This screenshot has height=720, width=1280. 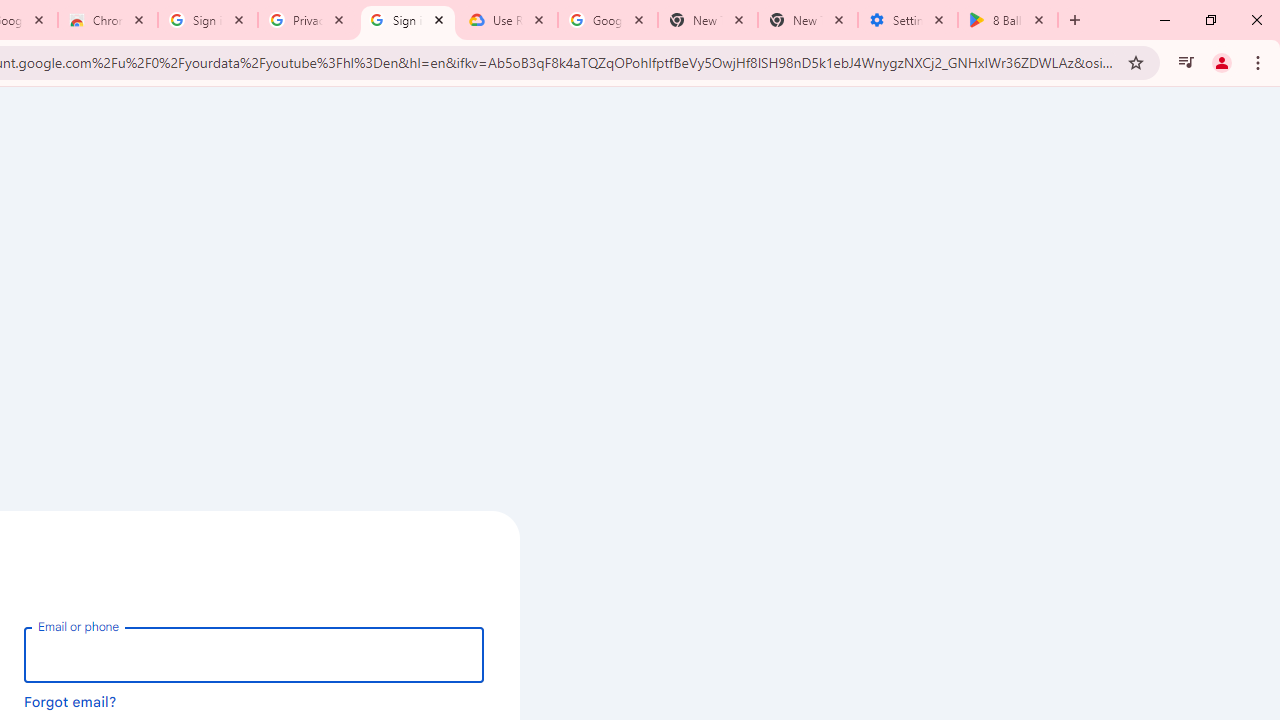 I want to click on 'Sign in - Google Accounts', so click(x=208, y=20).